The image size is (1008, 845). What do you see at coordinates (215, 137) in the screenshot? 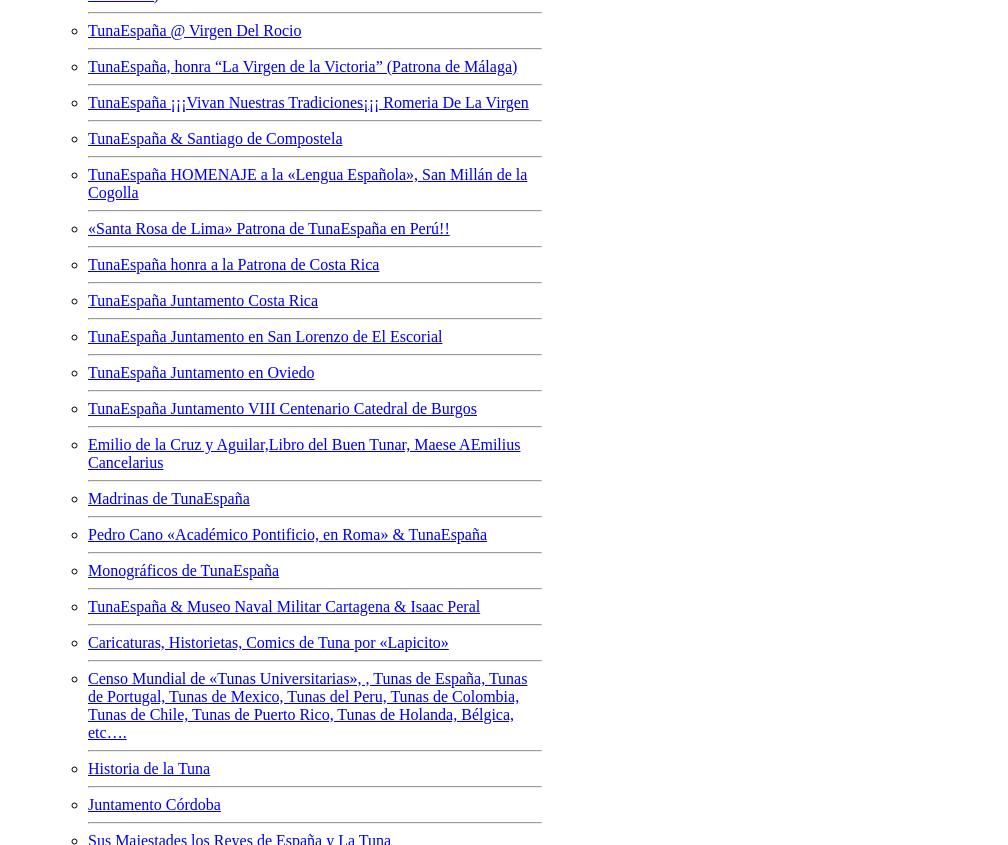
I see `'TunaEspaña & Santiago de Compostela'` at bounding box center [215, 137].